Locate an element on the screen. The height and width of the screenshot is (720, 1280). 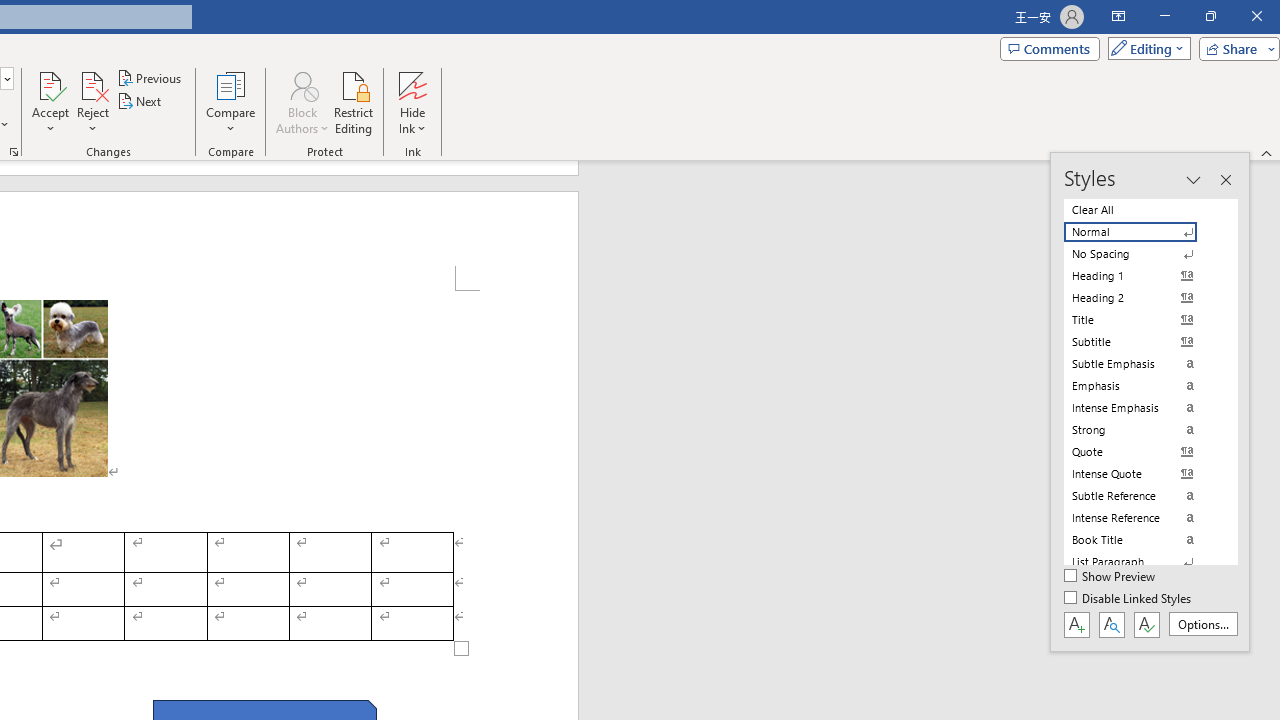
'Normal' is located at coordinates (1142, 231).